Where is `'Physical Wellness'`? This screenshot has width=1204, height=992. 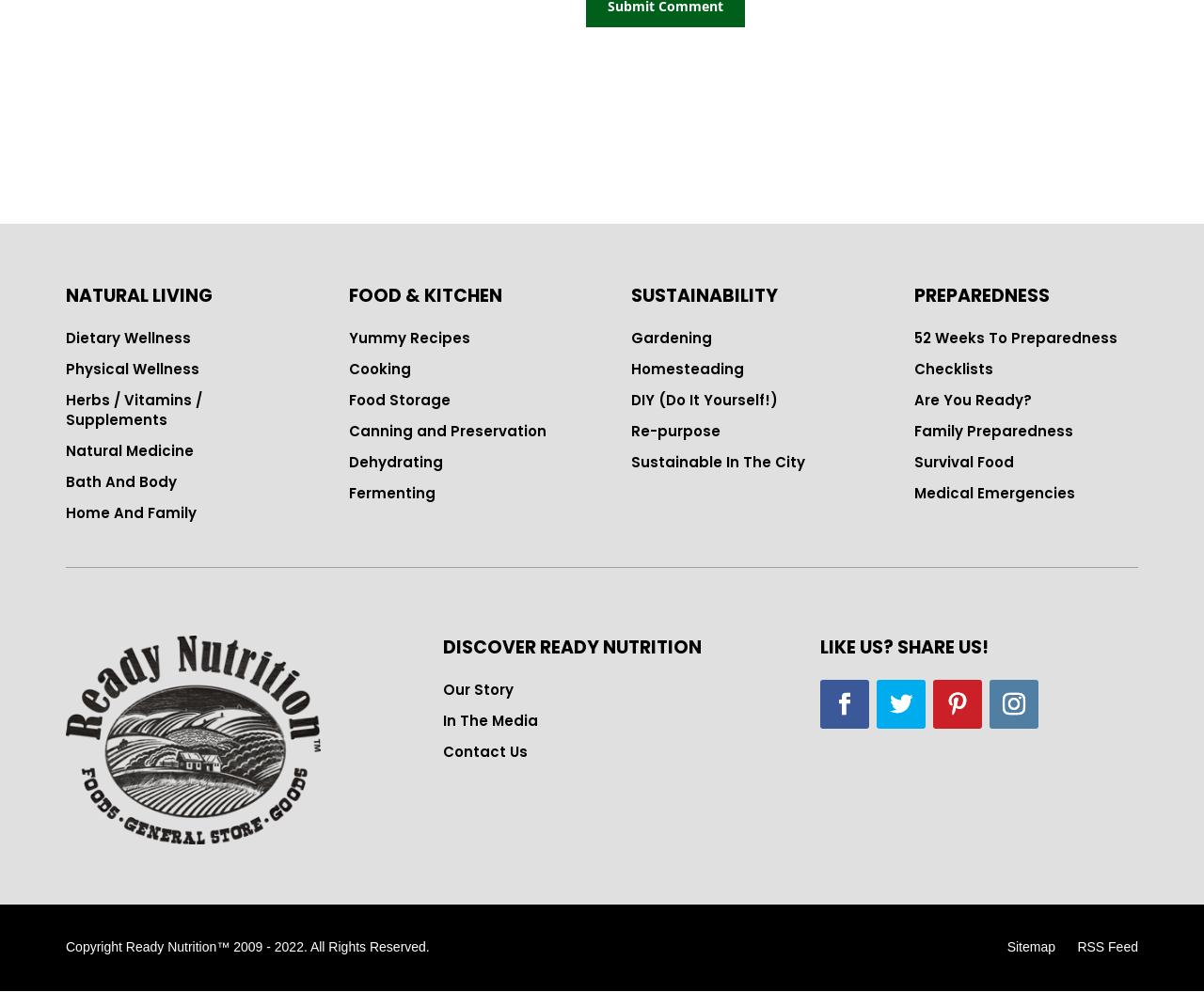
'Physical Wellness' is located at coordinates (132, 369).